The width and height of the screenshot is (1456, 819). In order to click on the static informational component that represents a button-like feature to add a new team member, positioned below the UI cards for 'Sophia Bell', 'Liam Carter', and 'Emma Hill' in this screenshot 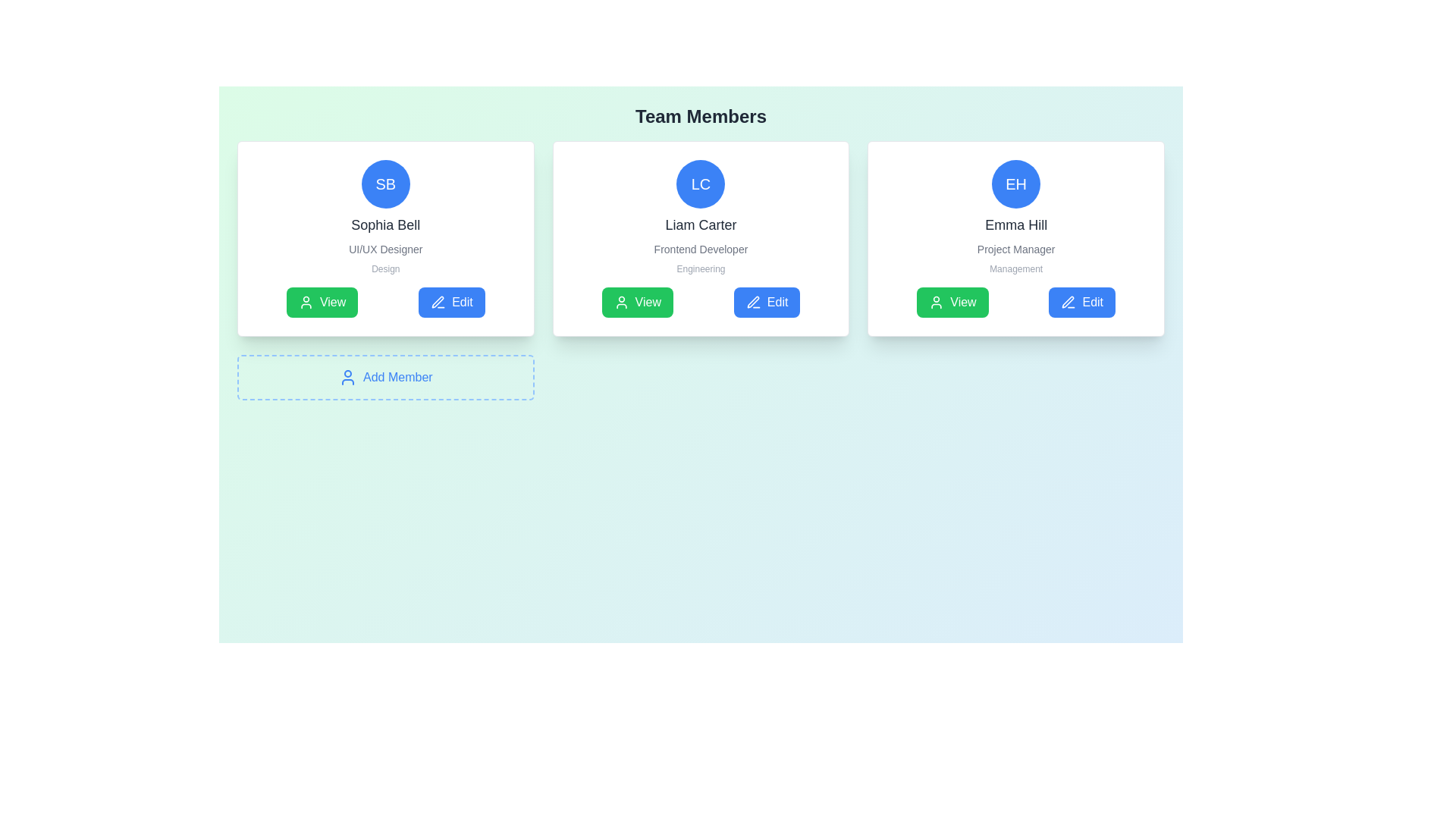, I will do `click(385, 376)`.